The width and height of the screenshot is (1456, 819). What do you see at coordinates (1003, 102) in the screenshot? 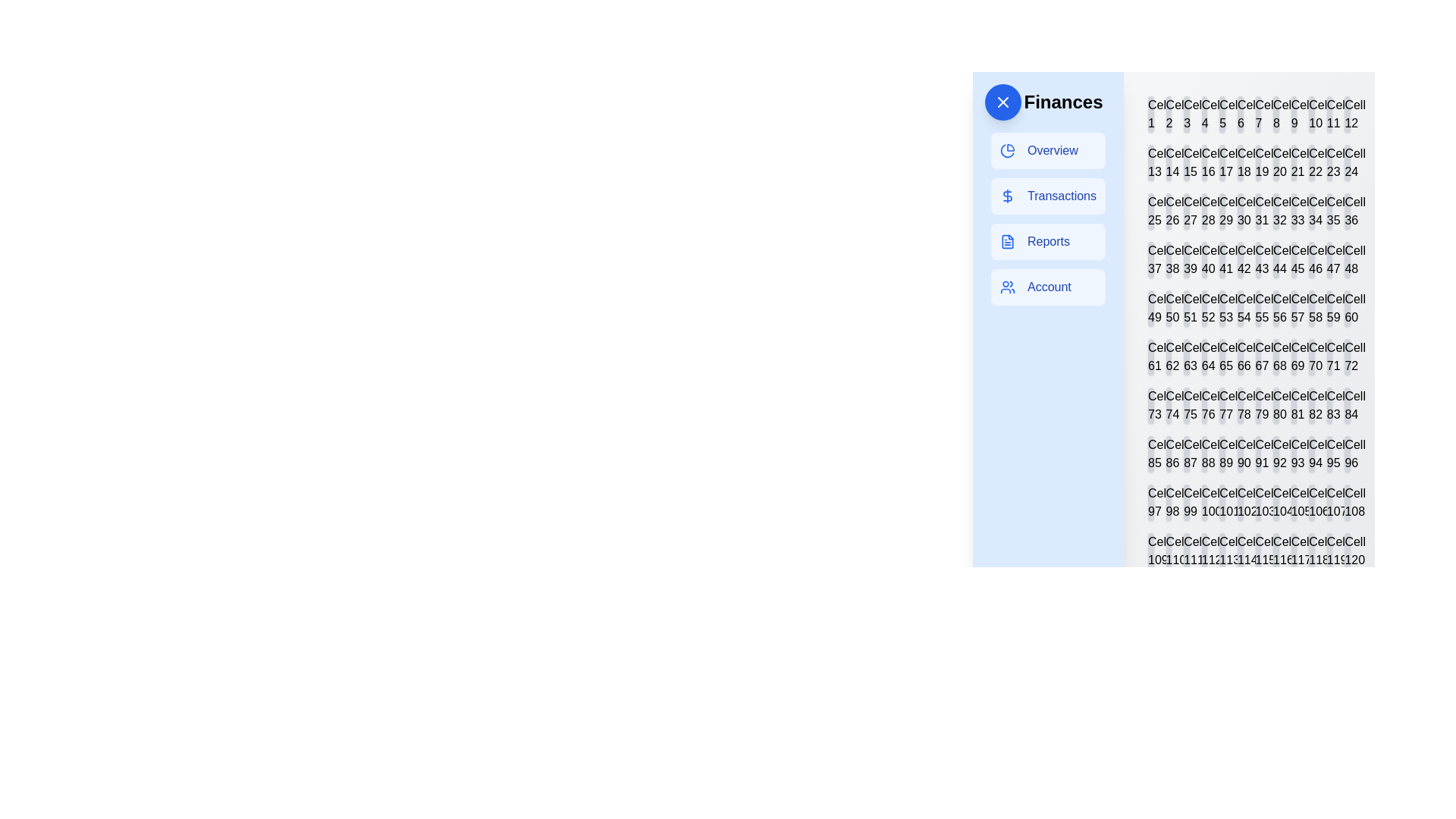
I see `the toggle button to change the navigation drawer visibility` at bounding box center [1003, 102].